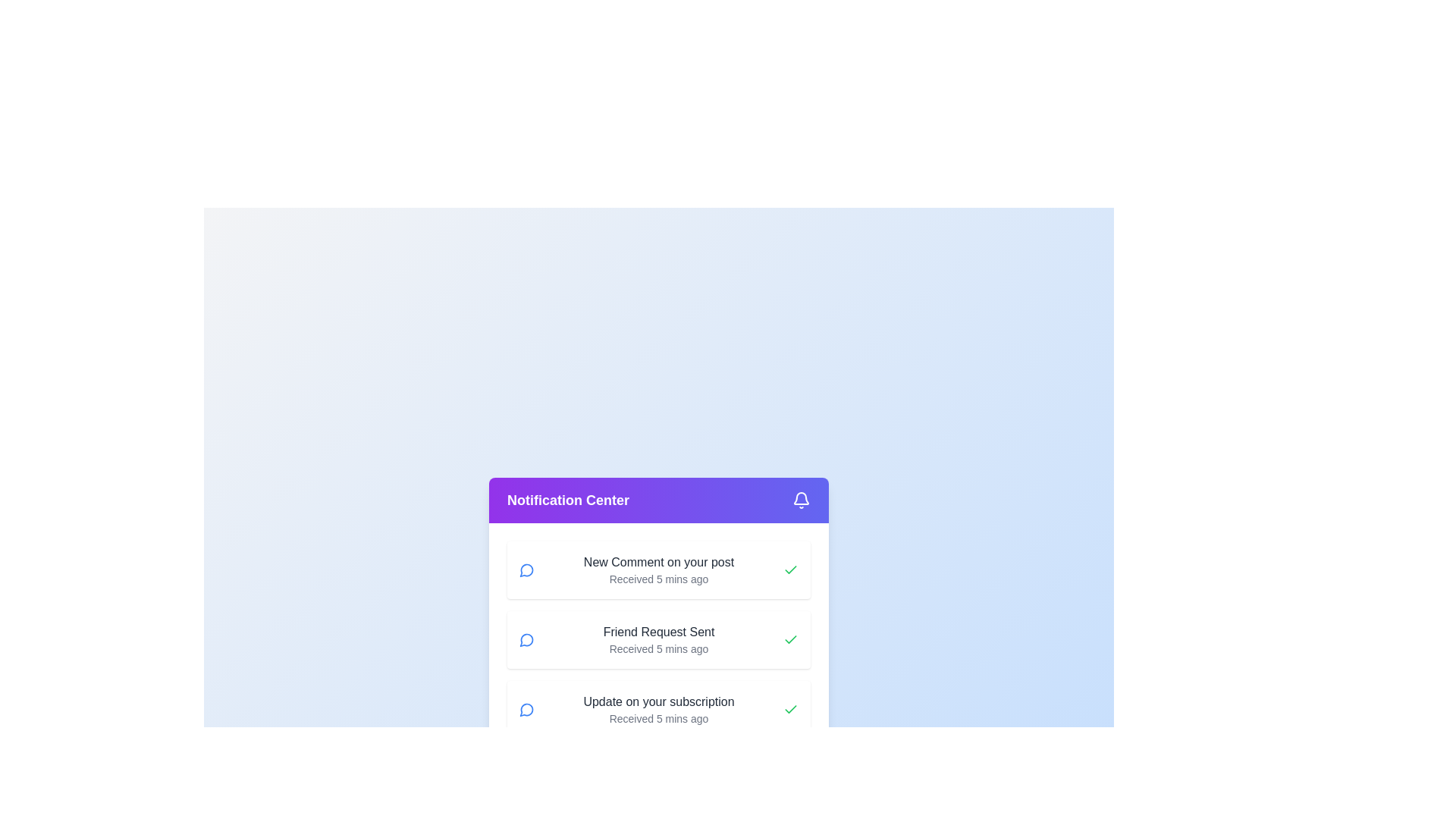  Describe the element at coordinates (789, 570) in the screenshot. I see `the green checkmark icon located in the second notification card below the 'Notification Center' header` at that location.